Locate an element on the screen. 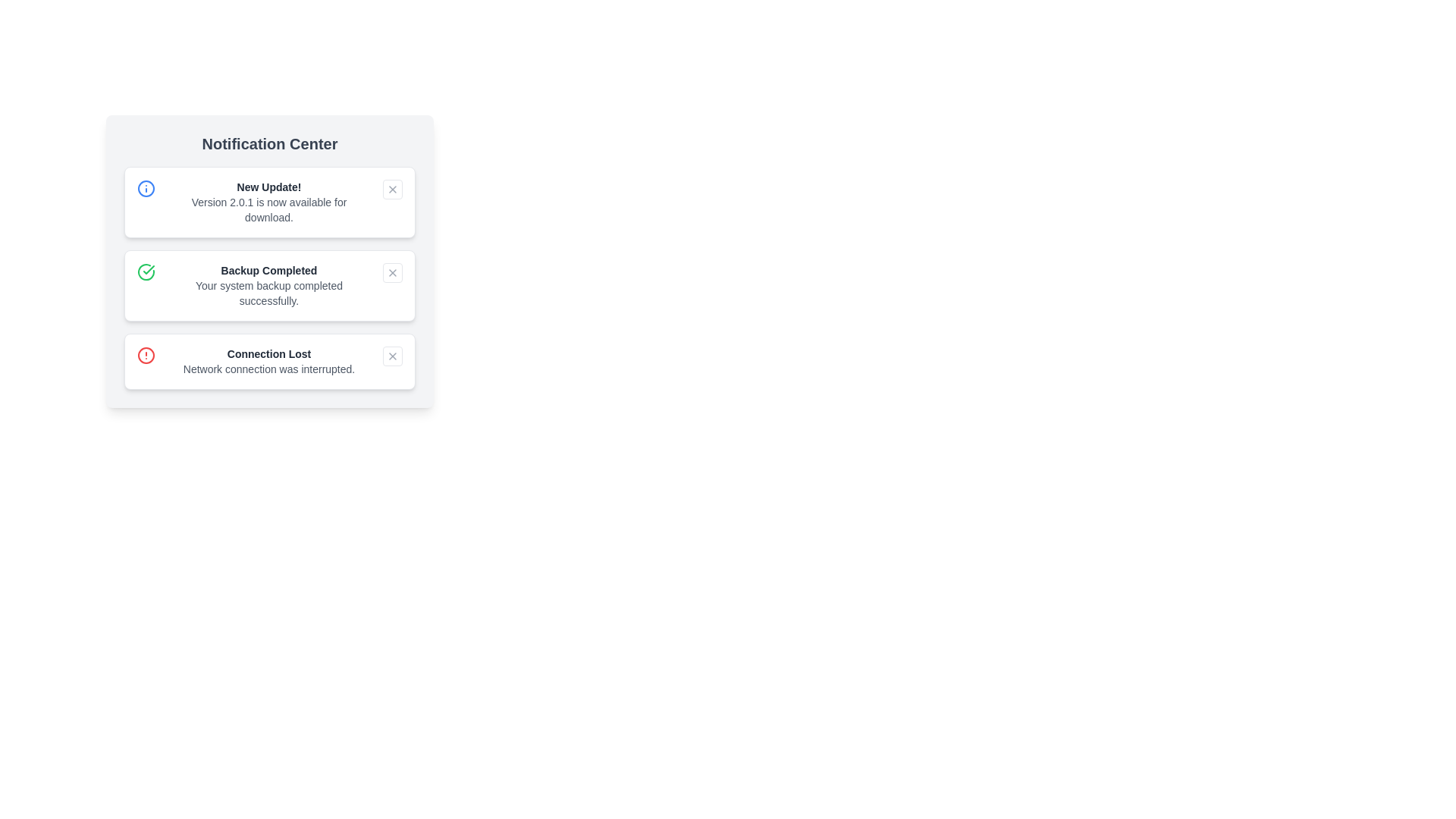 Image resolution: width=1456 pixels, height=819 pixels. the success indicator icon located in the second notification card from the top, aligned to the left side of the card is located at coordinates (149, 268).